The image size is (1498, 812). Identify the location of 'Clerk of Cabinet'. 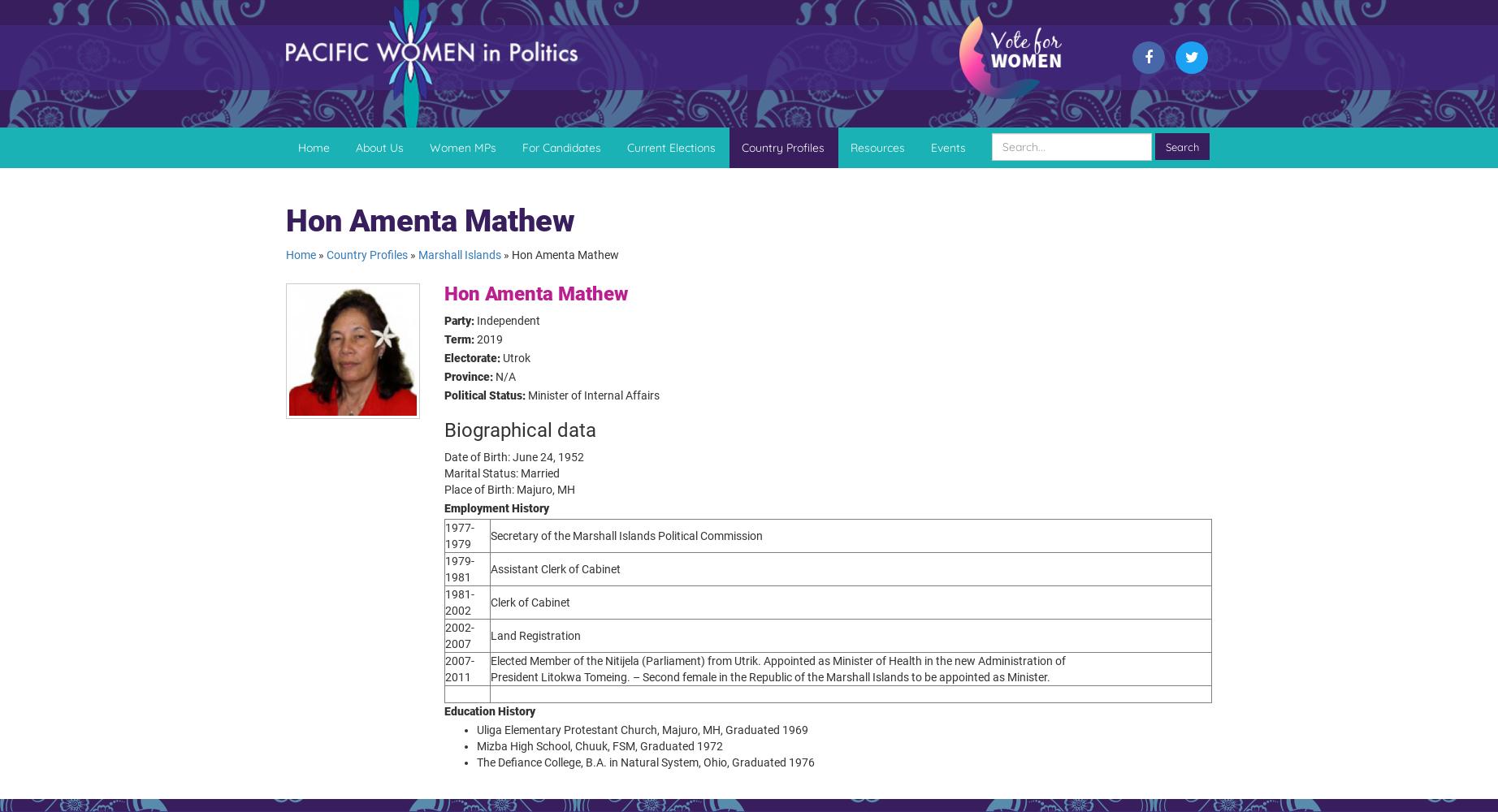
(530, 602).